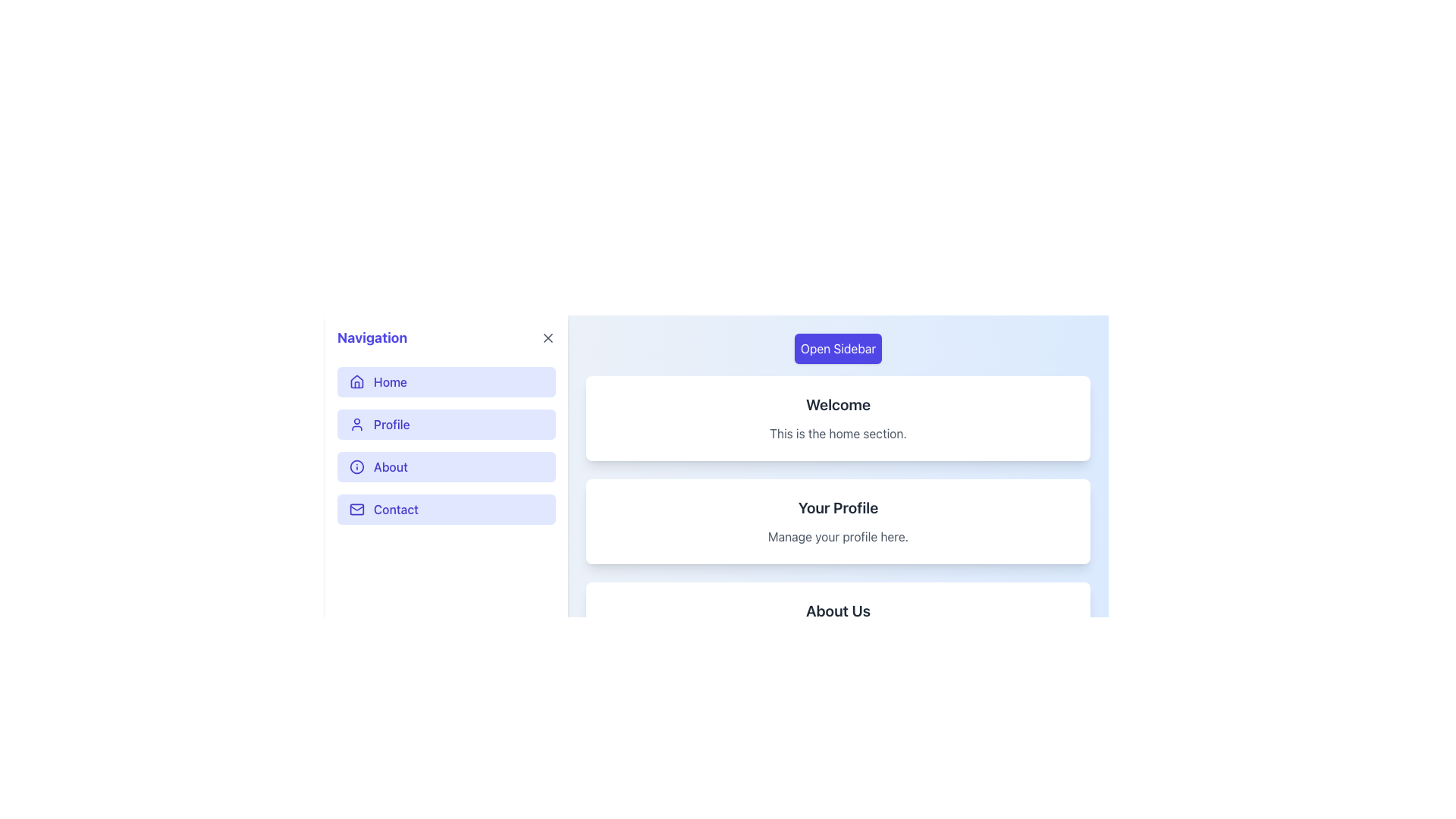 The height and width of the screenshot is (819, 1456). Describe the element at coordinates (837, 520) in the screenshot. I see `text content of the Informational Panel titled 'Your Profile', which contains the subtitle 'Manage your profile here.'` at that location.